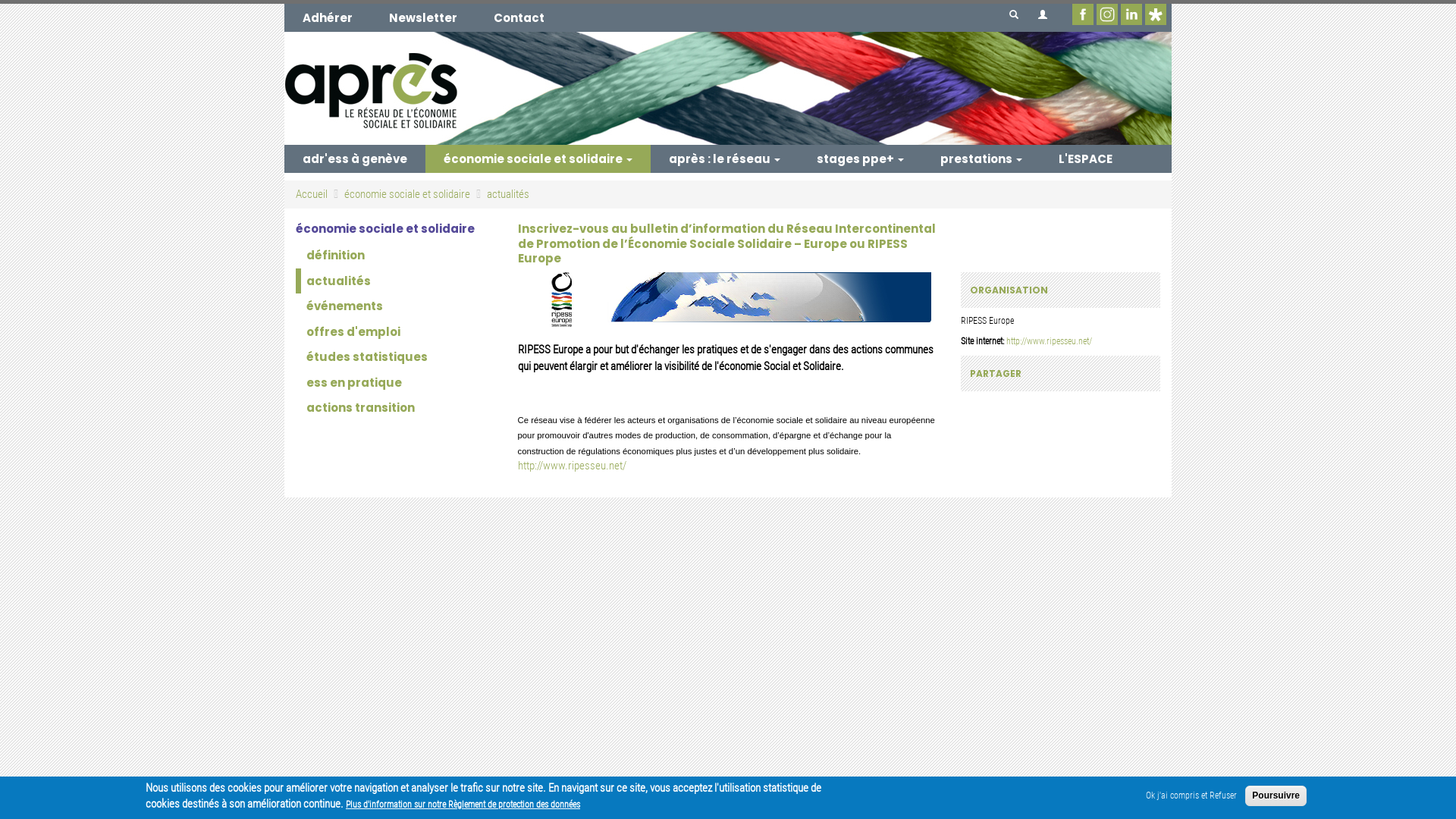 The height and width of the screenshot is (819, 1456). I want to click on 'L'ESPACE', so click(1084, 158).